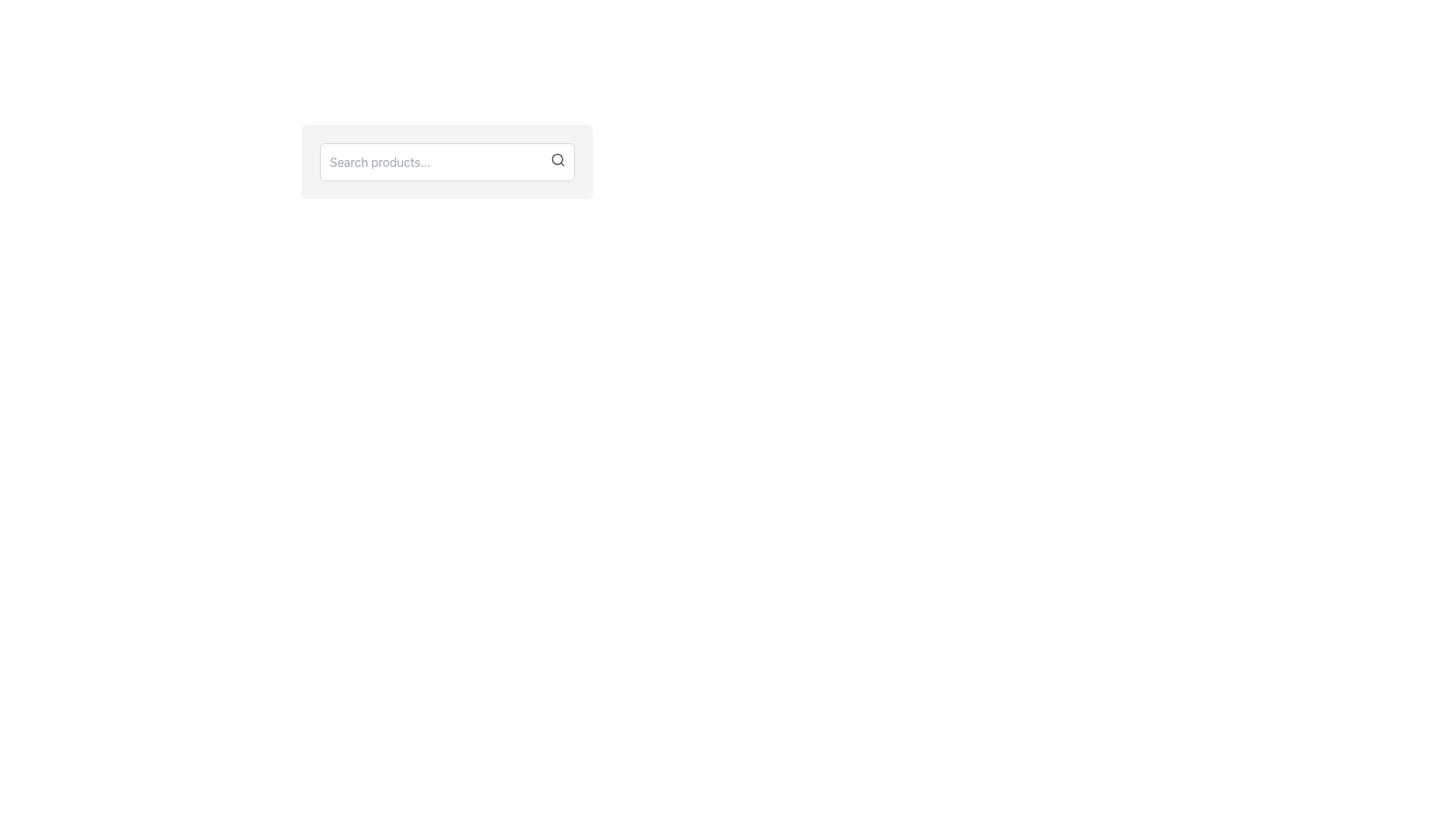 This screenshot has width=1456, height=819. What do you see at coordinates (557, 160) in the screenshot?
I see `the magnifying glass icon, which acts as the search button within the search input field, for additional visual feedback` at bounding box center [557, 160].